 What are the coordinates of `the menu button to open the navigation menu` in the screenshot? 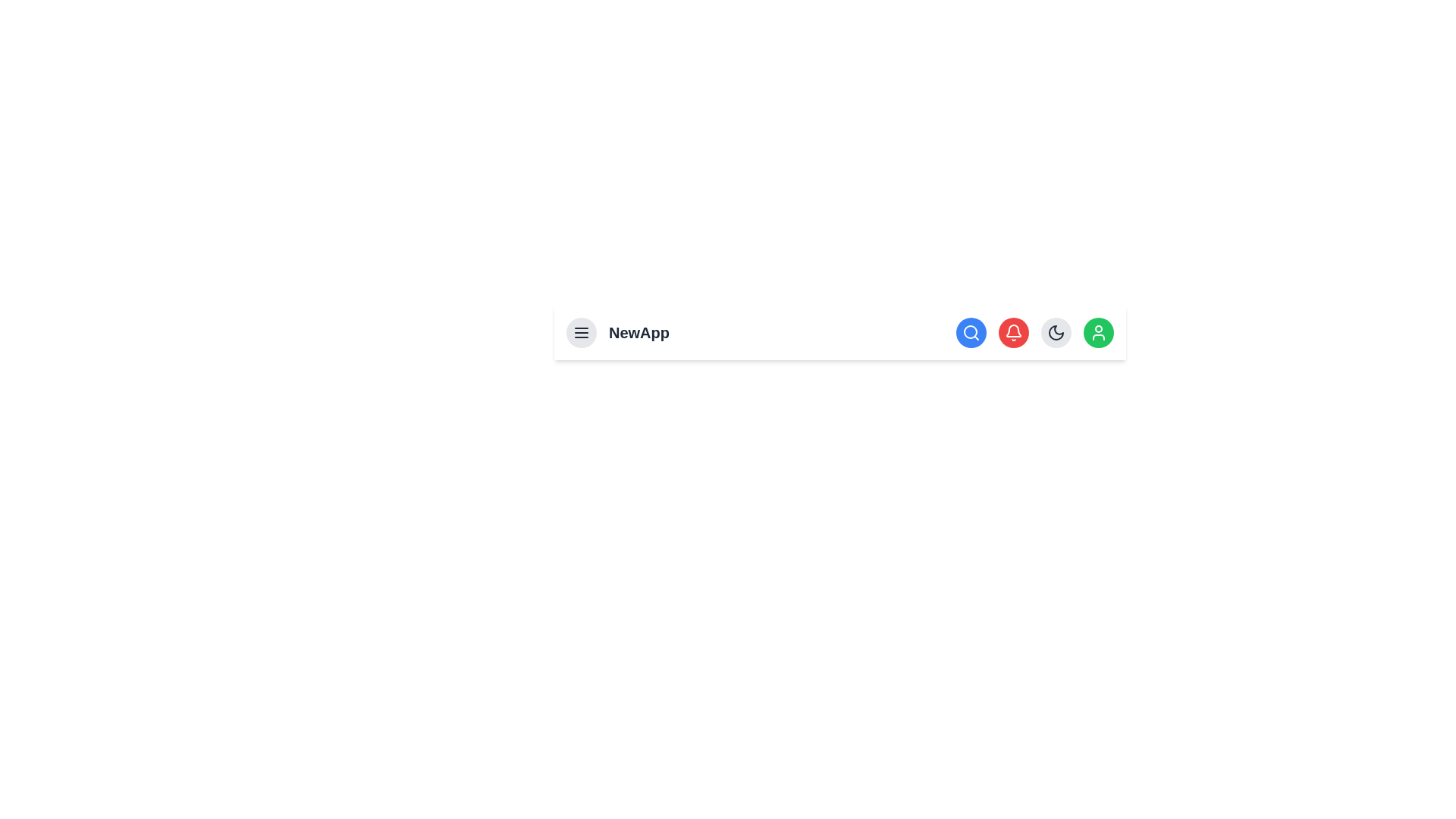 It's located at (581, 332).